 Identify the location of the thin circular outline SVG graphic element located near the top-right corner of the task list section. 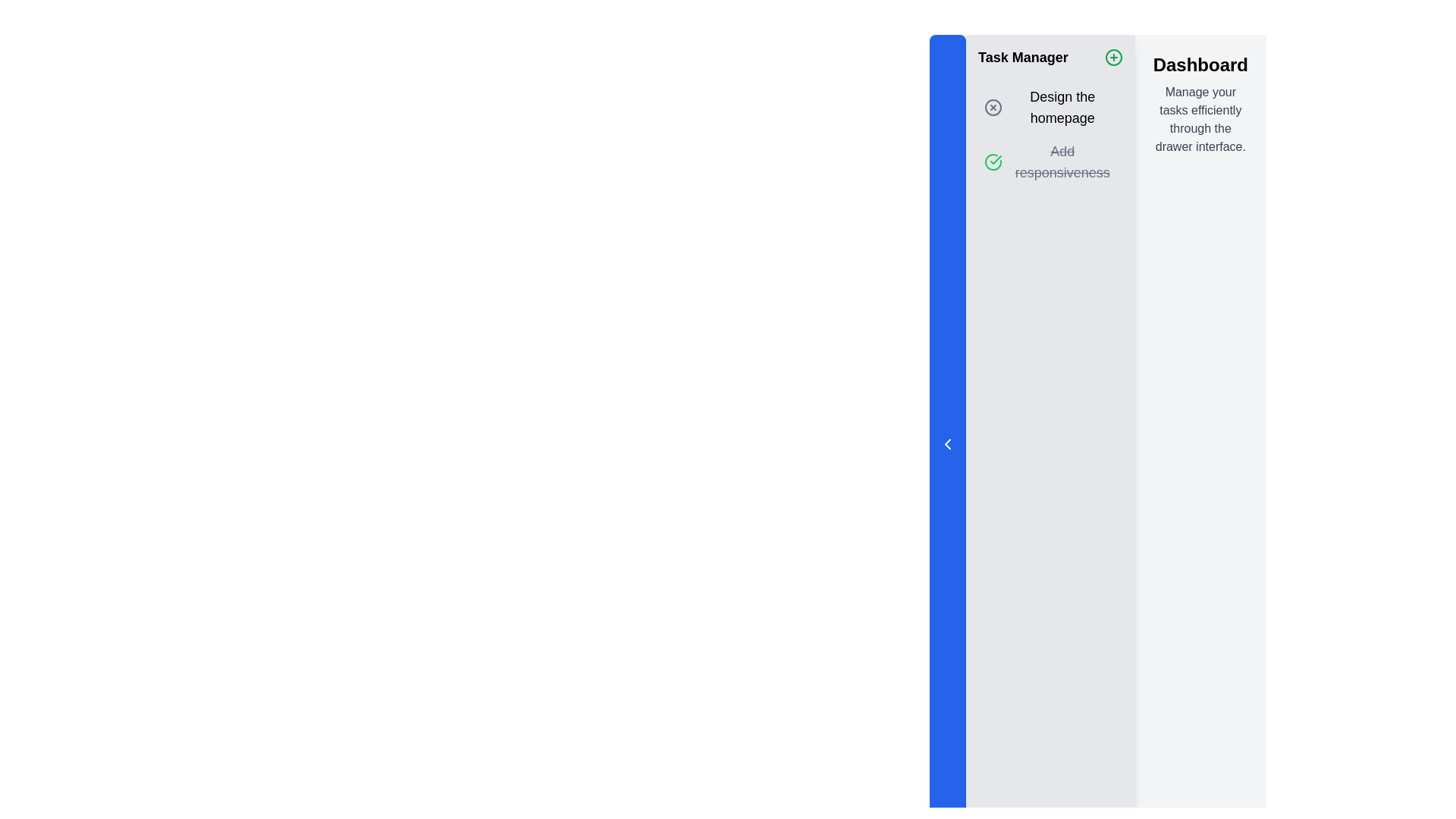
(1113, 57).